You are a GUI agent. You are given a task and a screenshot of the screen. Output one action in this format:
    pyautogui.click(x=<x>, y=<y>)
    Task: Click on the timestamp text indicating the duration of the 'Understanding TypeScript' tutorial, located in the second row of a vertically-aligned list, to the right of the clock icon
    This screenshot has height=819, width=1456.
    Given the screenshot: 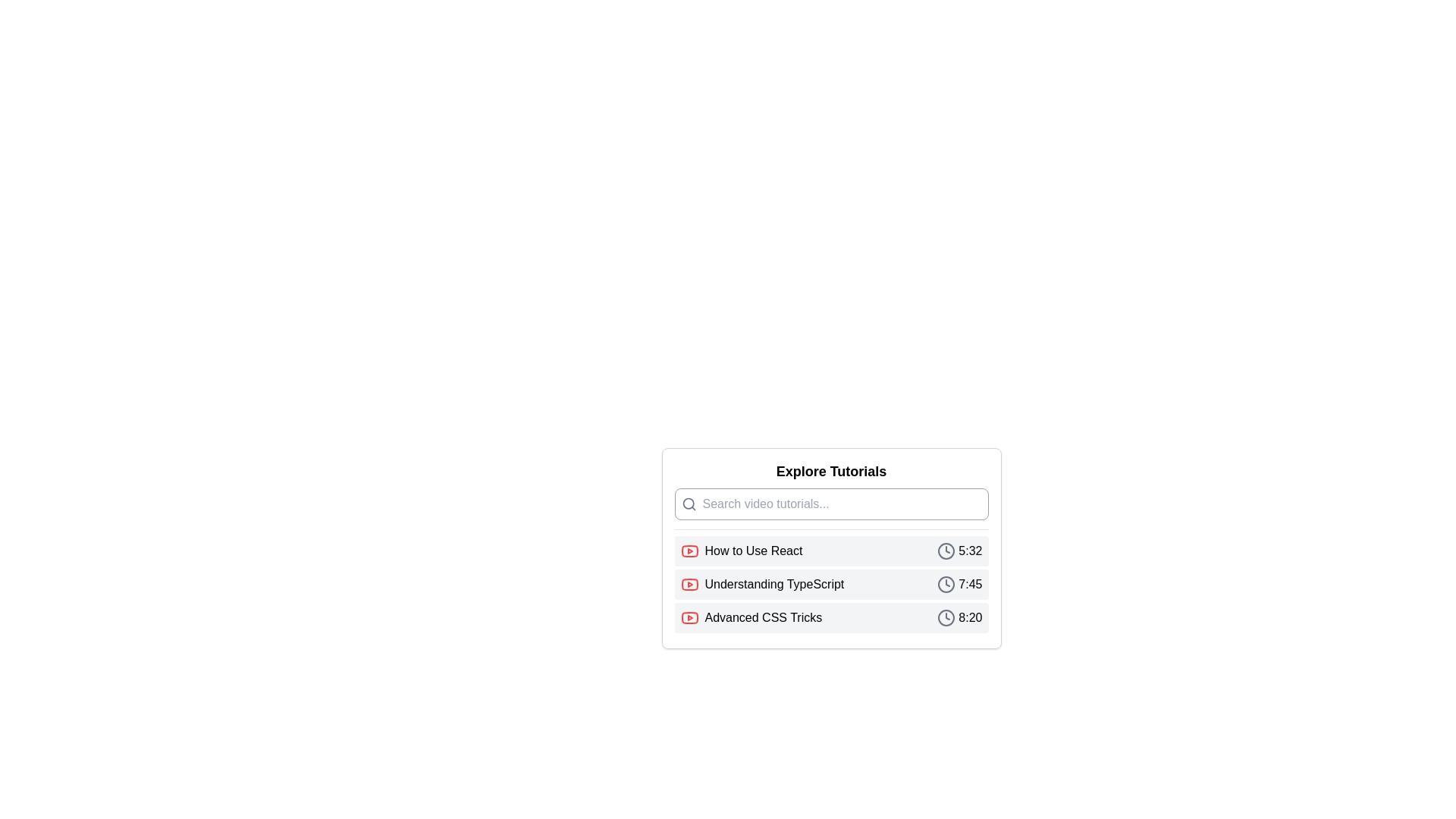 What is the action you would take?
    pyautogui.click(x=969, y=584)
    